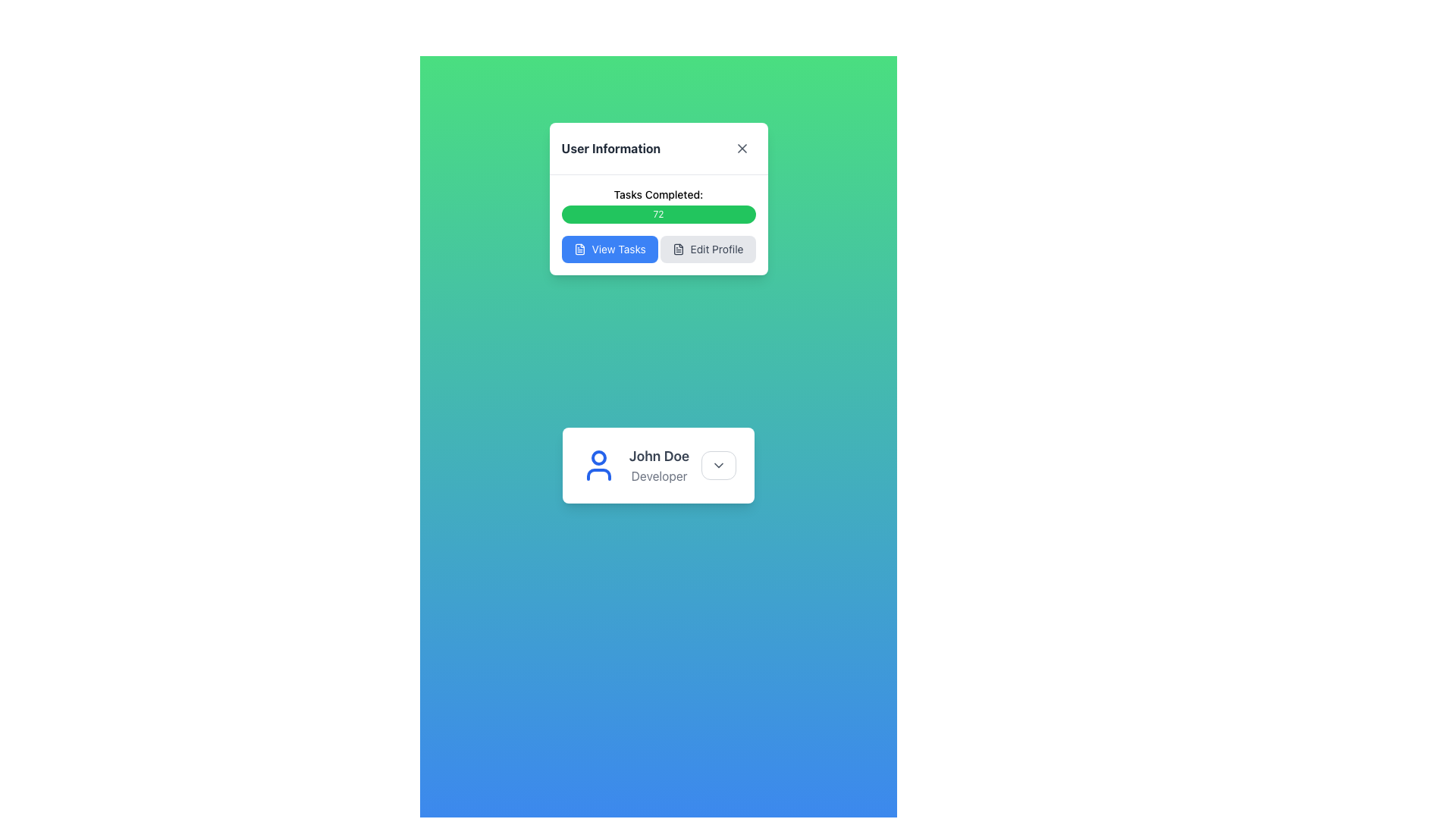 The image size is (1456, 819). Describe the element at coordinates (742, 149) in the screenshot. I see `the close button located in the top-right corner of the 'User Information' card` at that location.